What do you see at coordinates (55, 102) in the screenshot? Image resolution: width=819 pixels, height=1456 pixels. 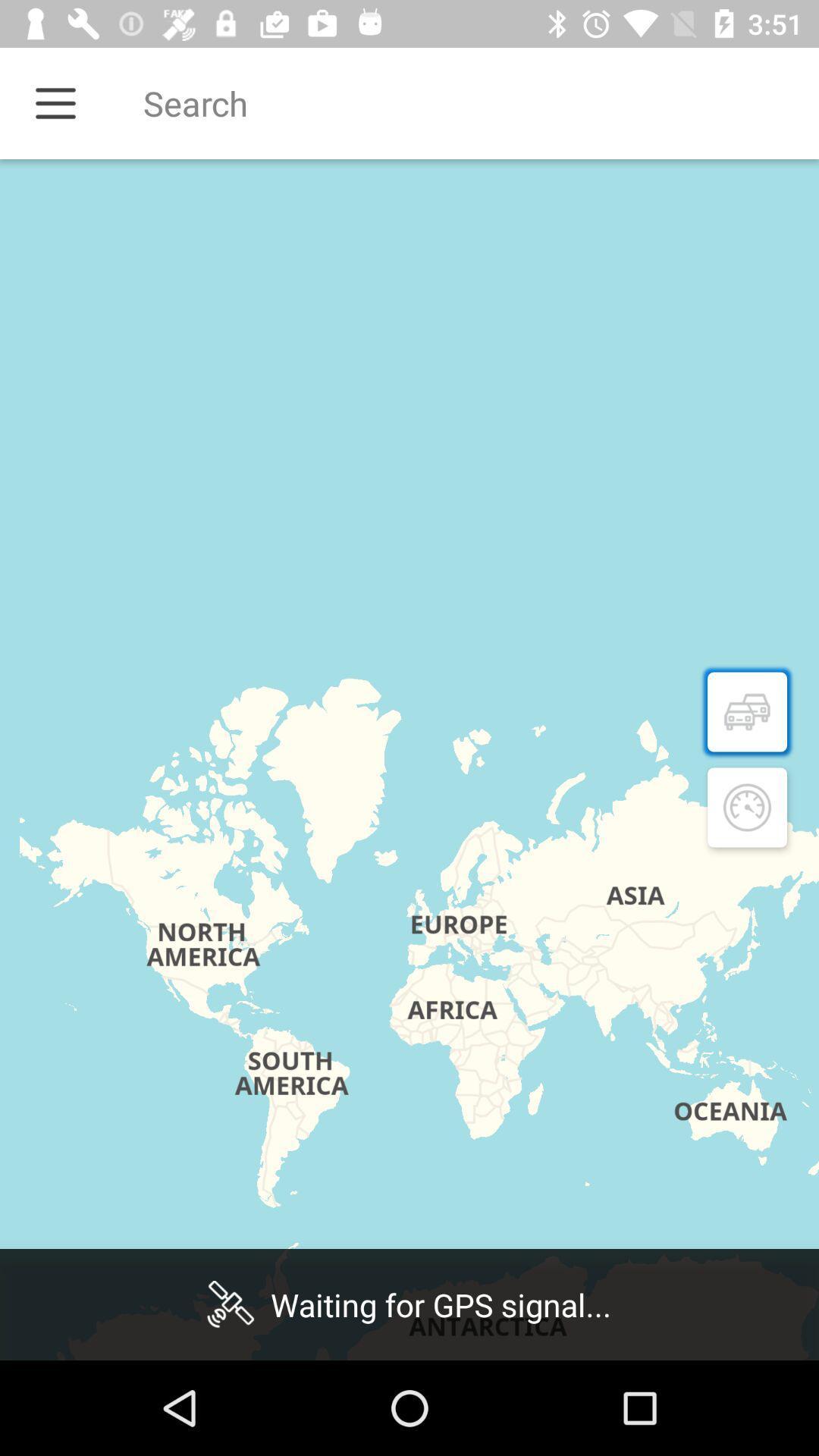 I see `menu option` at bounding box center [55, 102].